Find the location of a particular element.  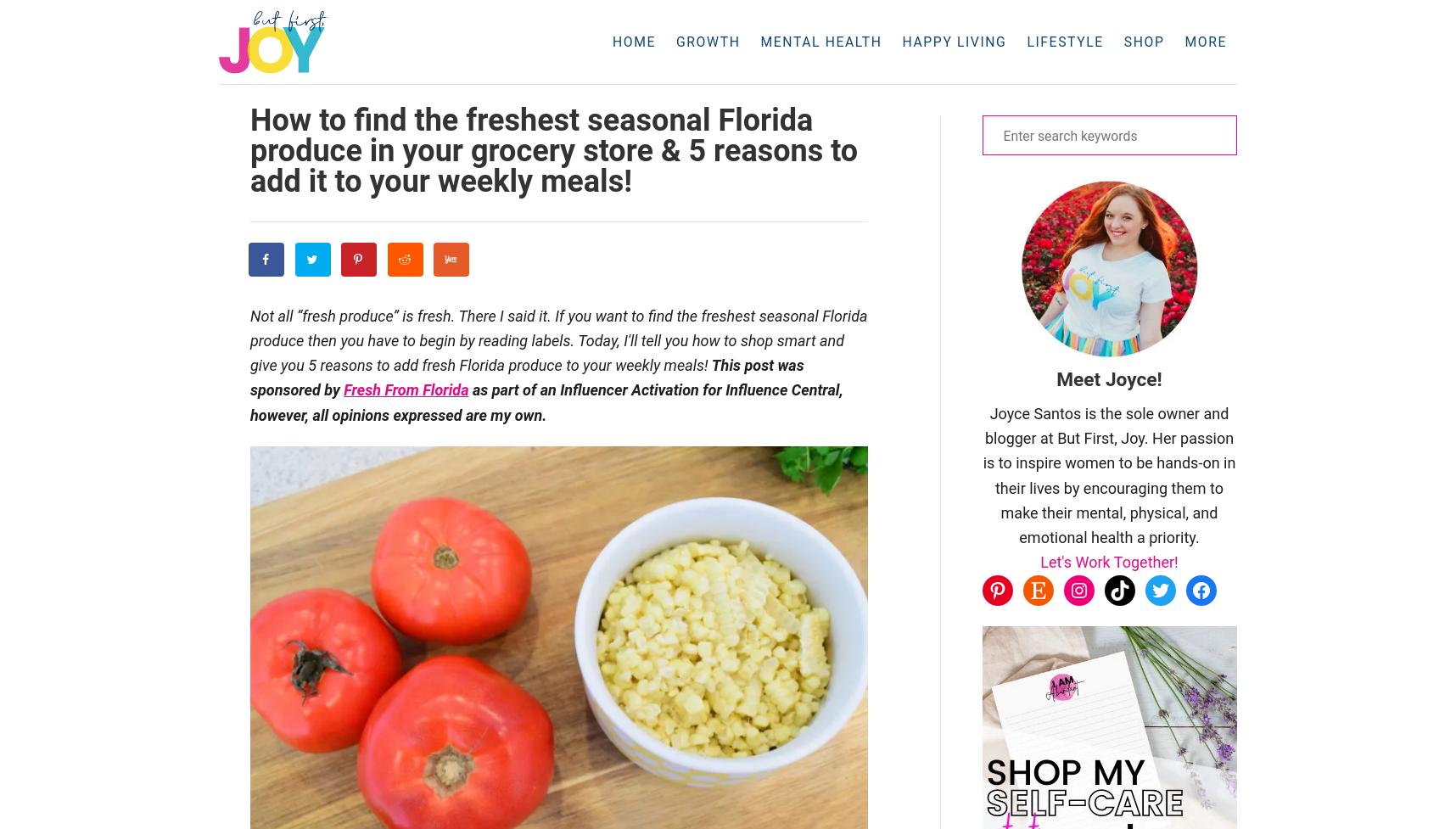

'Pinterest Template Bundle' is located at coordinates (1050, 305).